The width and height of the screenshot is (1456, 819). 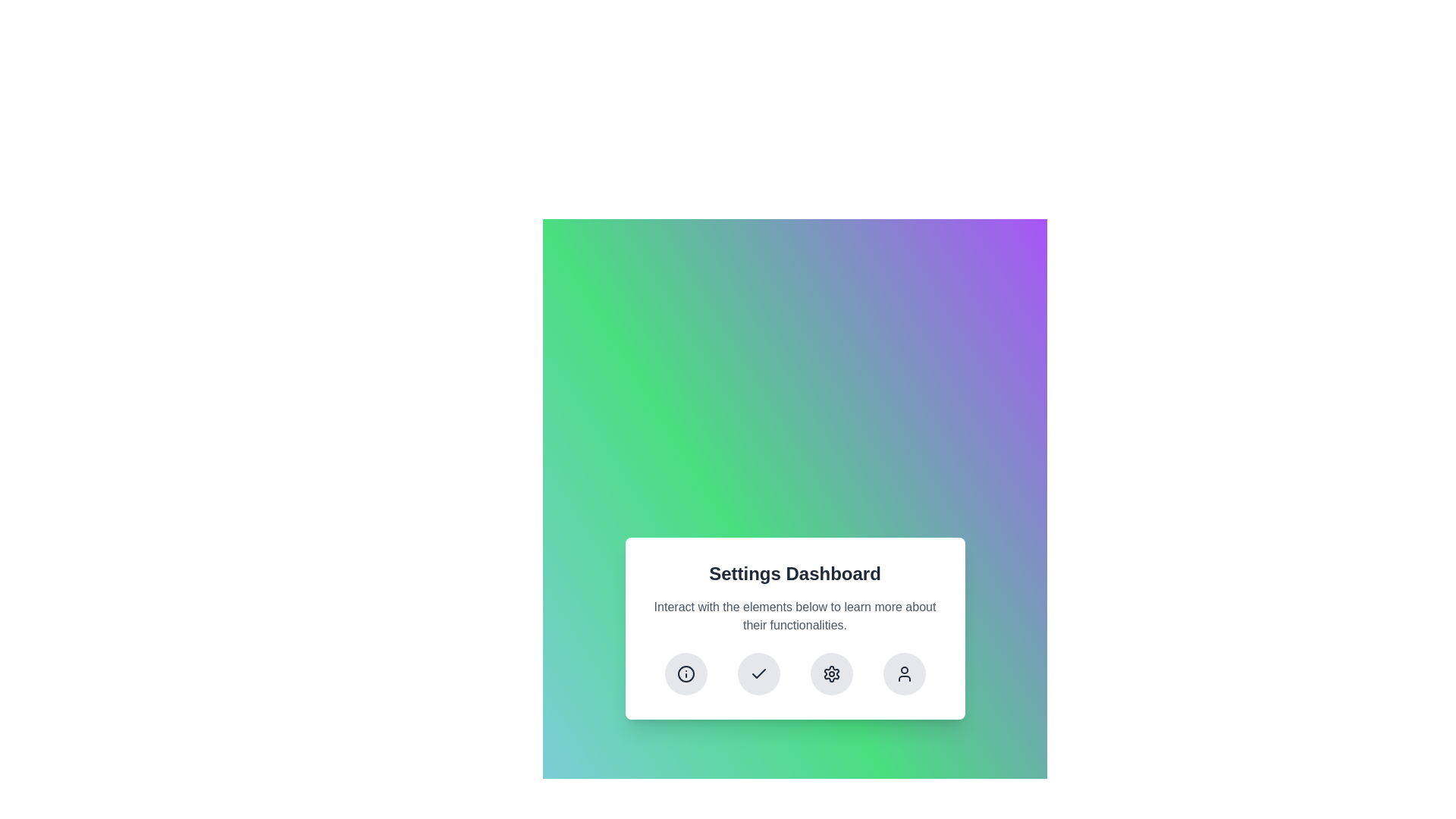 I want to click on the SVG vector graphic icon that serves as a settings access button, located in the third position from the left in a horizontal row beneath the 'Settings Dashboard' title, so click(x=830, y=673).